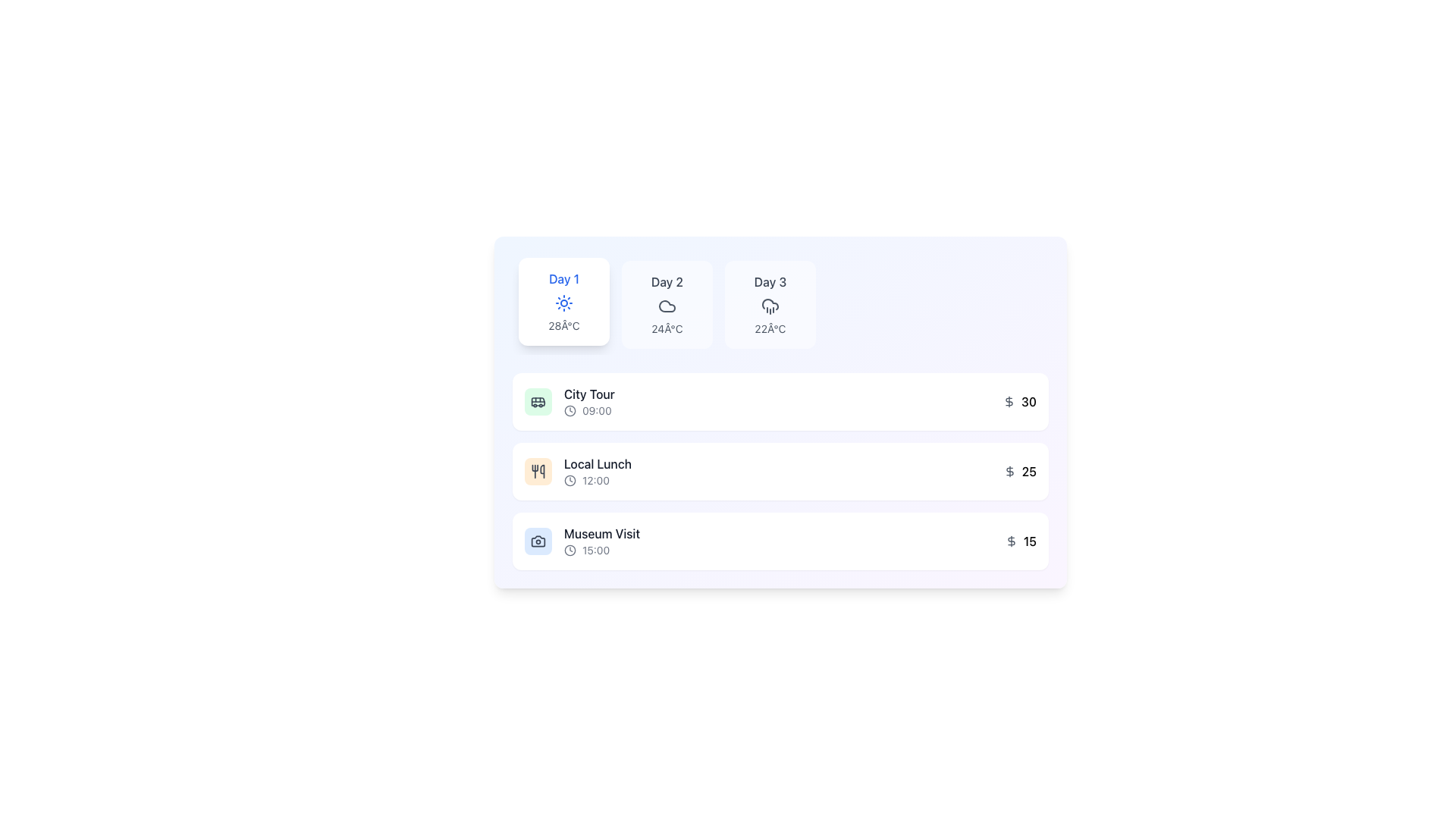 This screenshot has width=1456, height=819. I want to click on the text label identifying the second day in the multi-day schedule, which is located at the top-center of the second card in a group of three cards, so click(667, 281).